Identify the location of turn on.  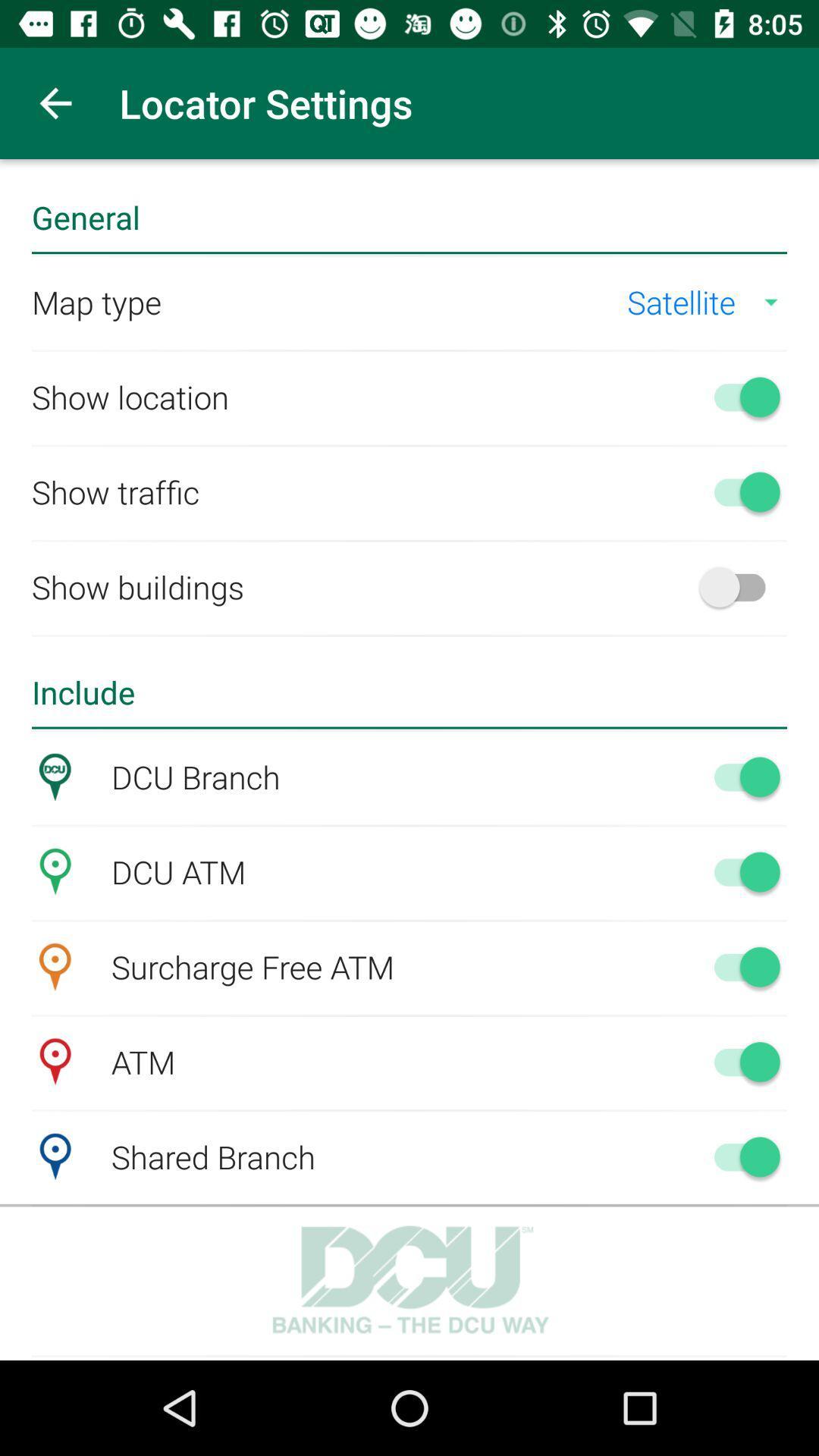
(739, 966).